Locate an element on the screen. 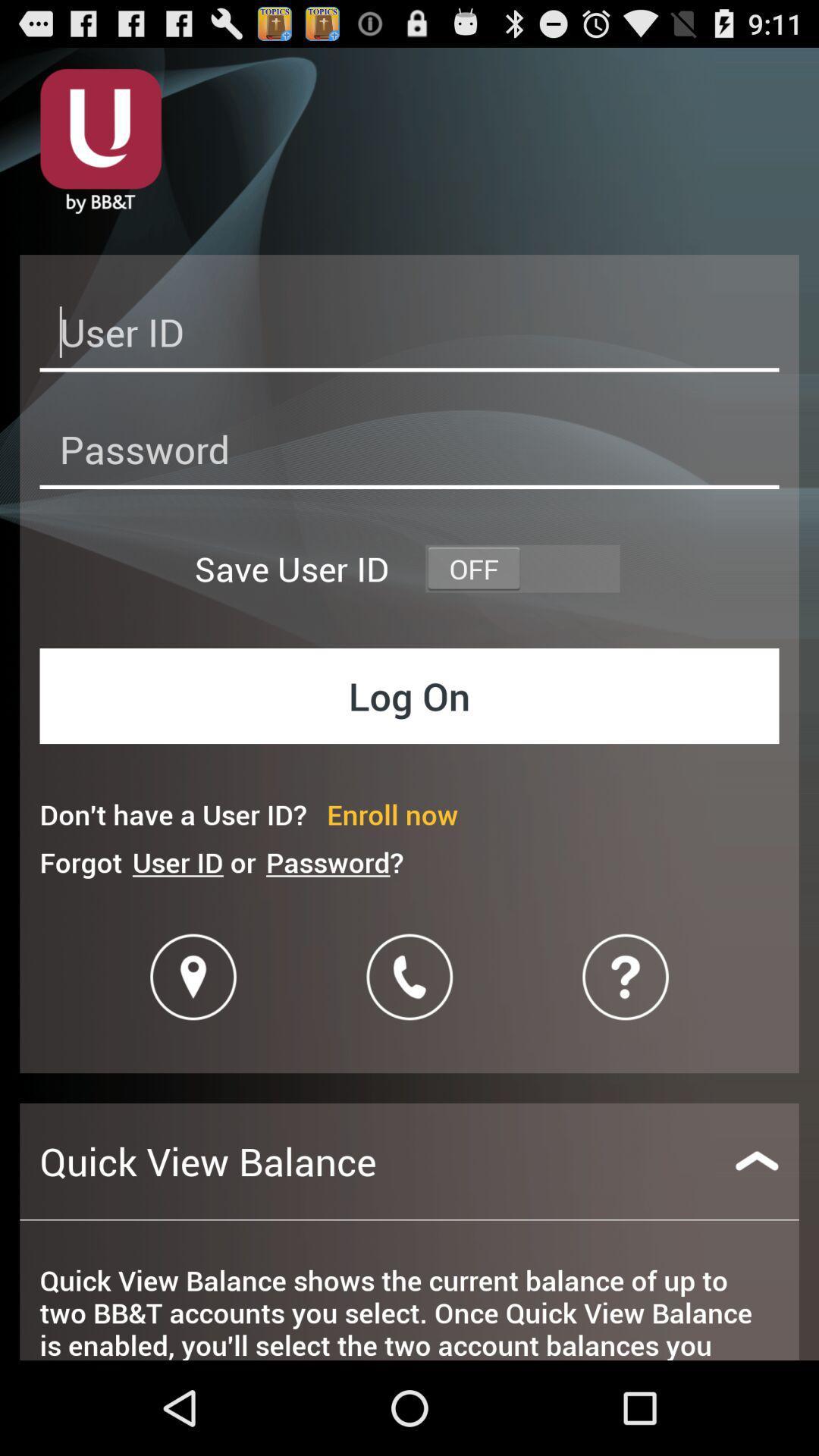 The image size is (819, 1456). icon above don t have icon is located at coordinates (409, 695).